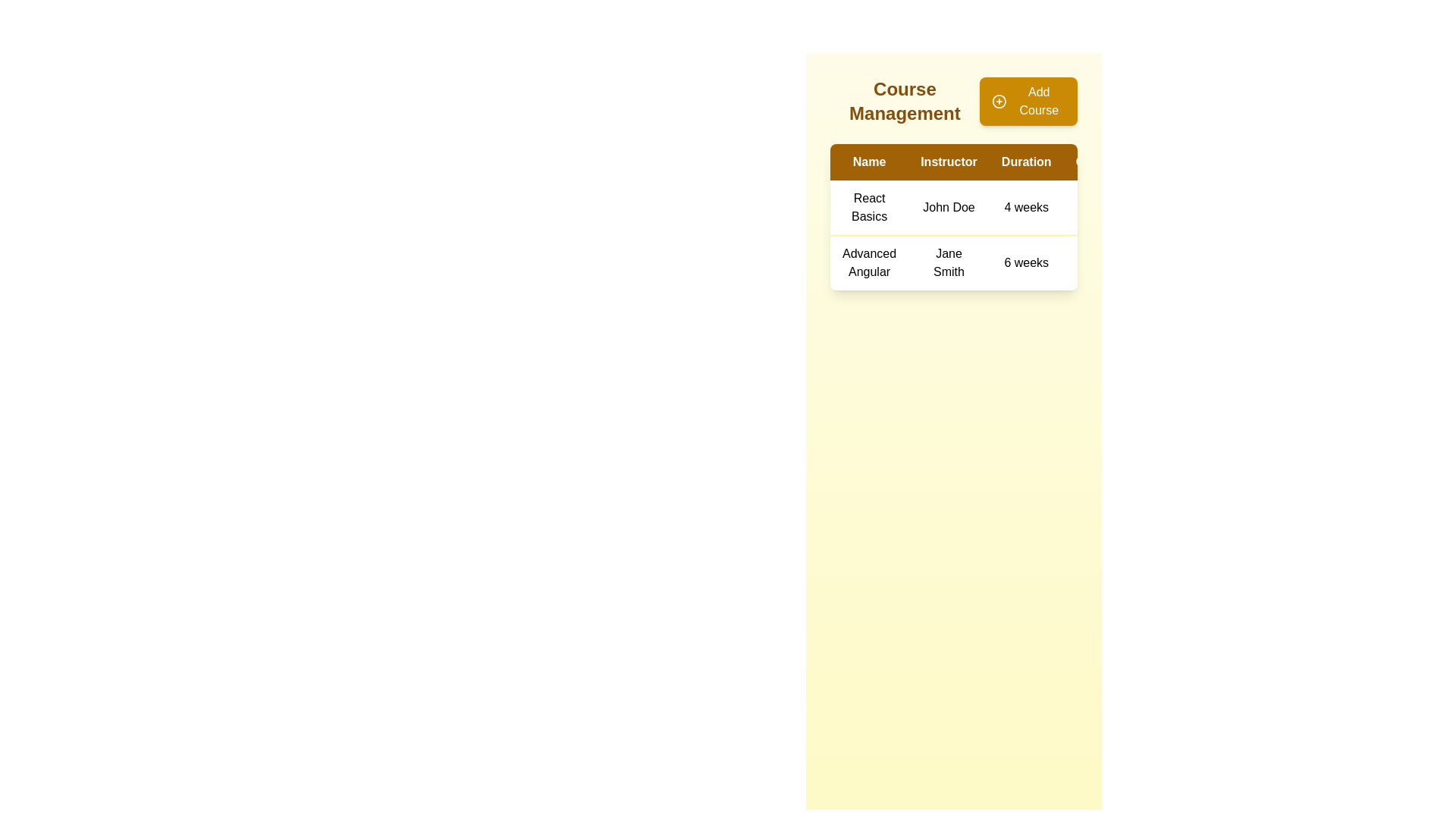 This screenshot has width=1456, height=819. I want to click on the 'Add Course' button by clicking on the circular outline of the plus icon, which is part of the button's design, so click(999, 102).